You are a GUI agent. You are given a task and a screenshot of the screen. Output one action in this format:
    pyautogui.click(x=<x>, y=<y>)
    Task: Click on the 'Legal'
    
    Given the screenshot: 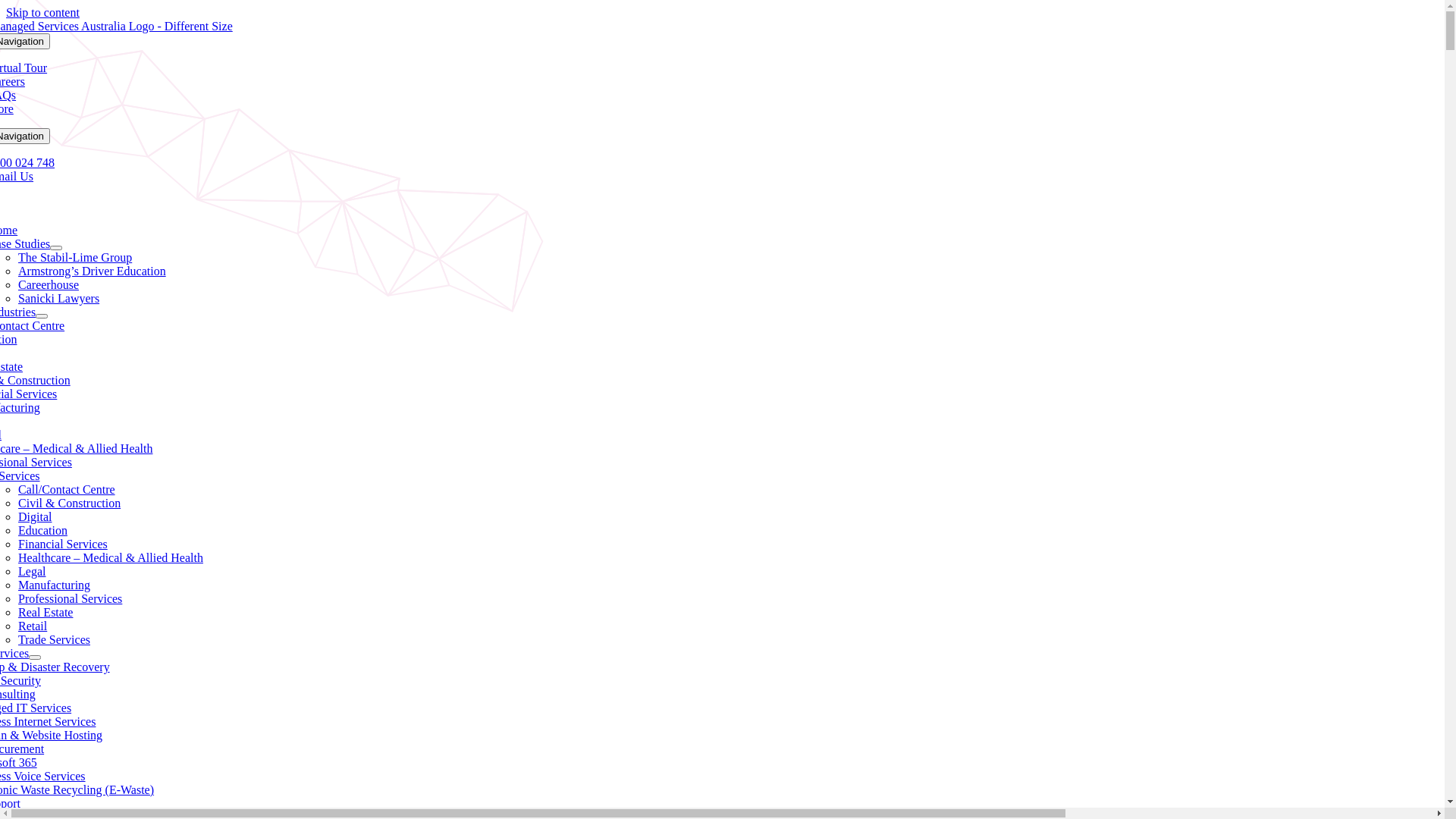 What is the action you would take?
    pyautogui.click(x=32, y=571)
    